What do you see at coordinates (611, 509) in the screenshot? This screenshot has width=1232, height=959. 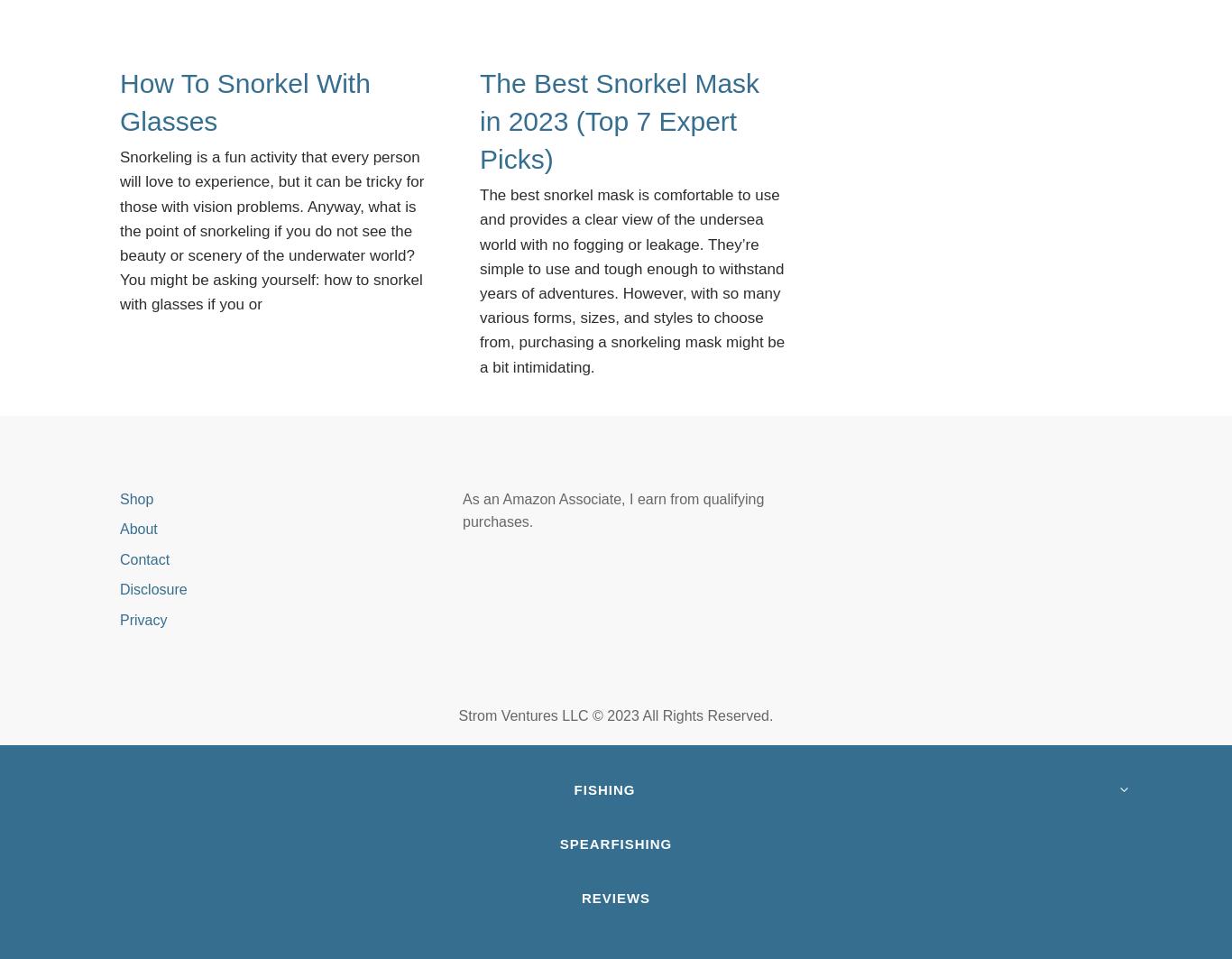 I see `'As an Amazon Associate, I earn from qualifying purchases.'` at bounding box center [611, 509].